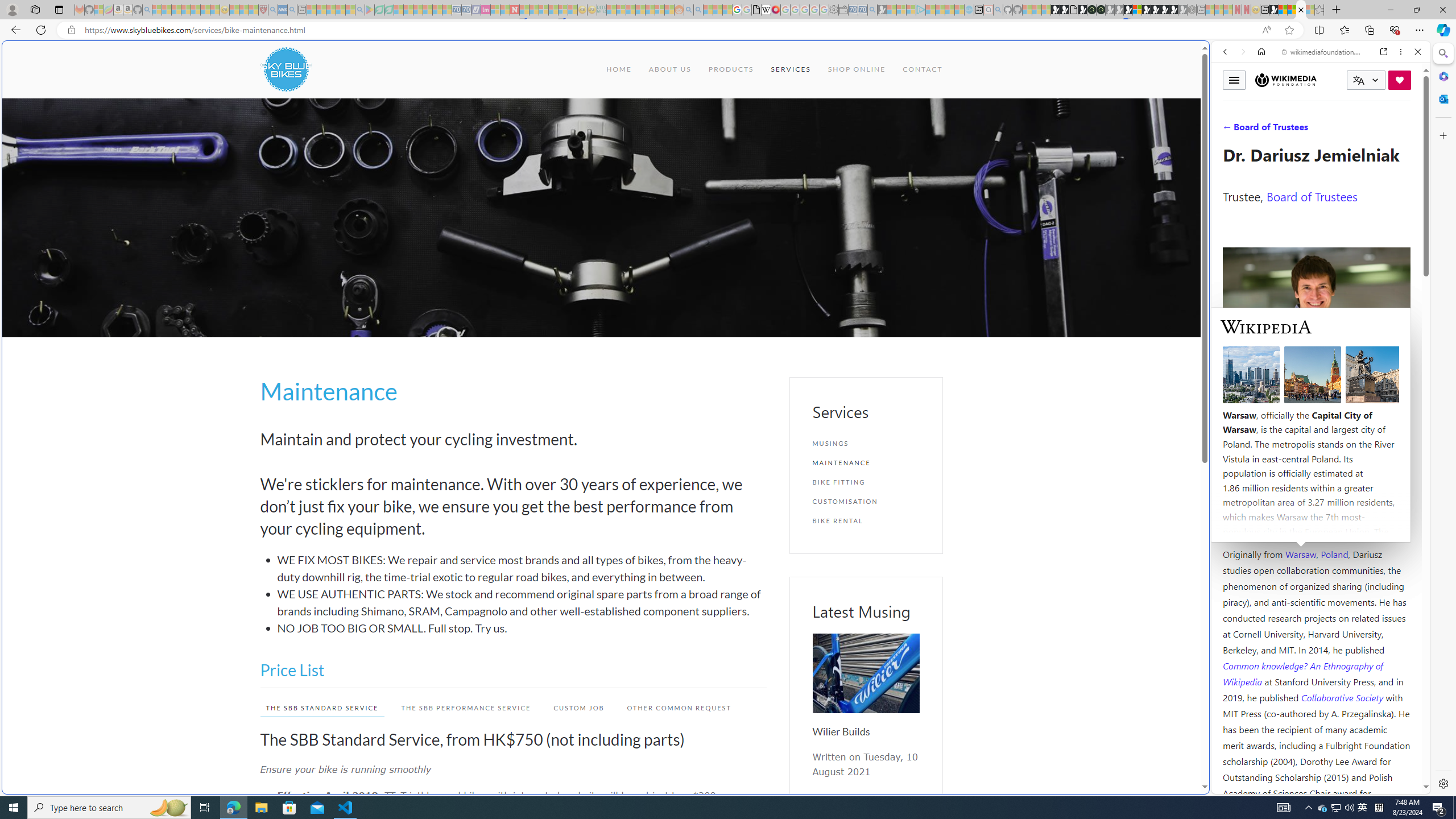  I want to click on 'Warsaw', so click(1300, 553).